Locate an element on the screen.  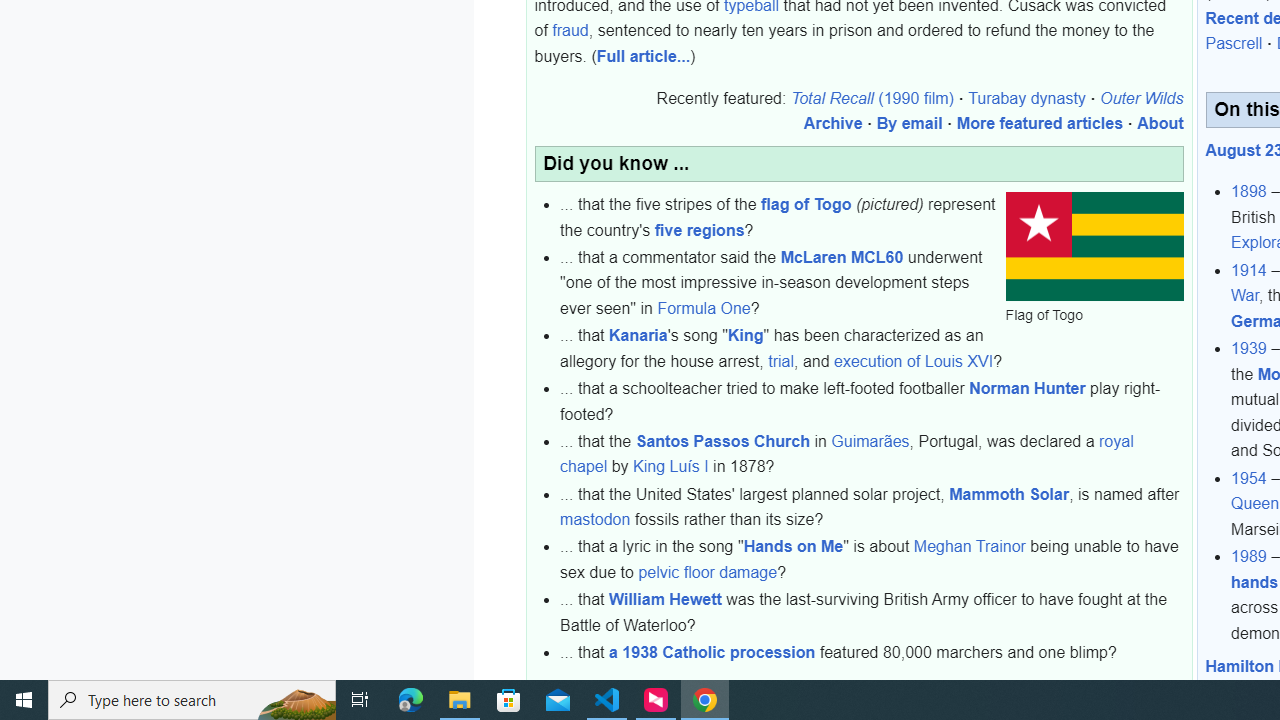
'1939' is located at coordinates (1248, 347).